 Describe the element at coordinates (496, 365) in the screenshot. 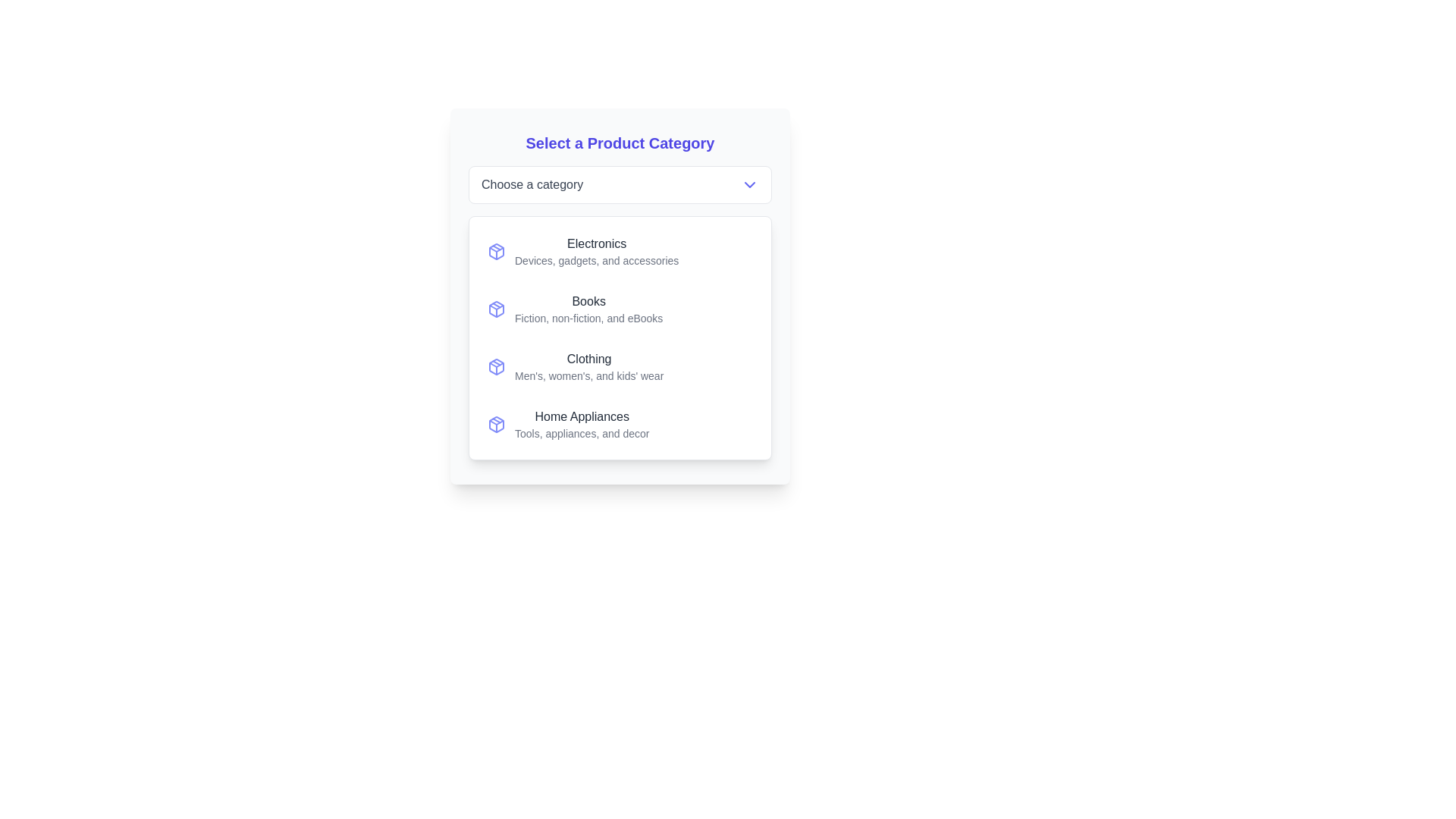

I see `the small triangular graphical icon that is part of the SVG icon to the left of the 'Clothing' list item text in the menu` at that location.